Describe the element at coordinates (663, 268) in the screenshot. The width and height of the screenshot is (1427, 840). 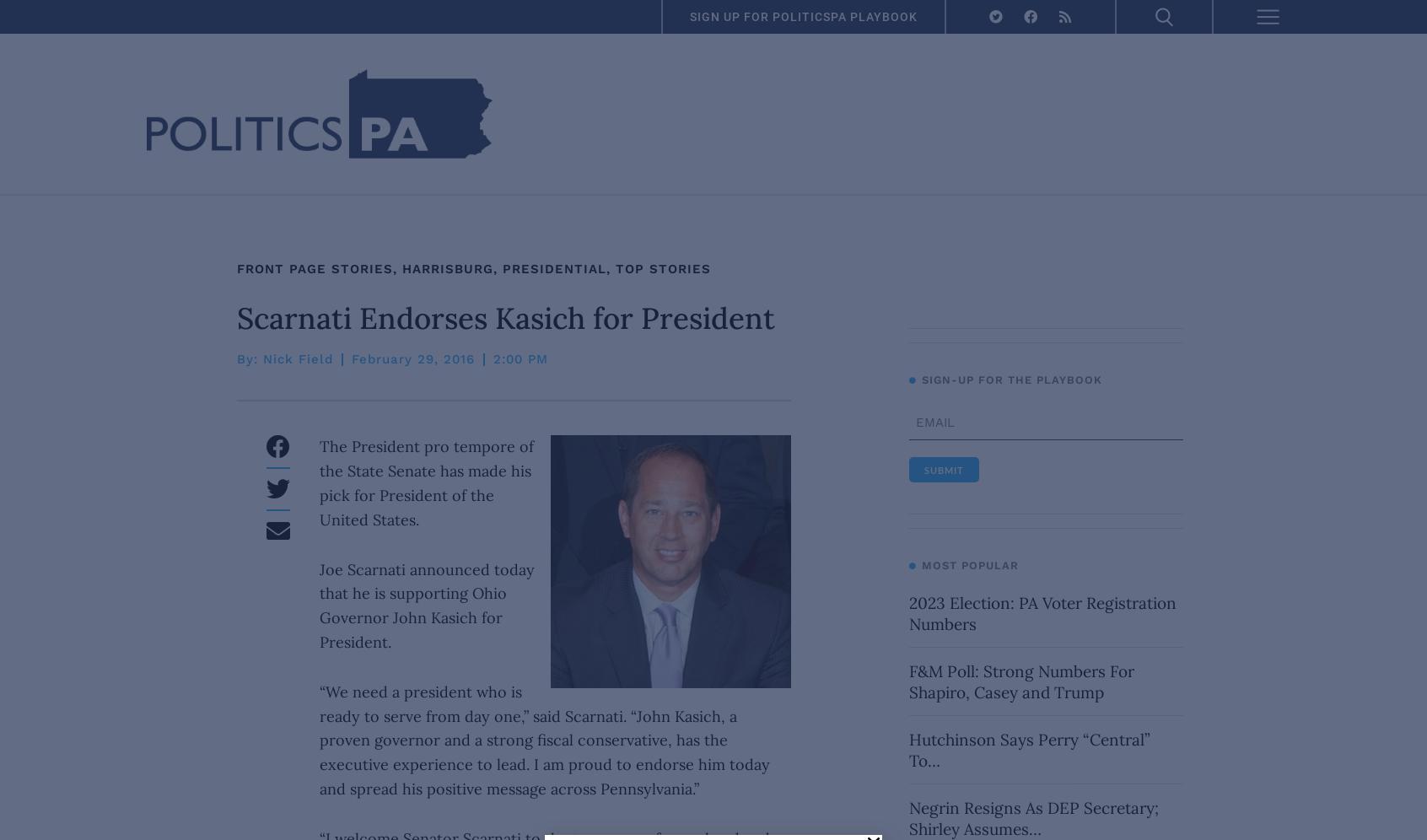
I see `'Top Stories'` at that location.